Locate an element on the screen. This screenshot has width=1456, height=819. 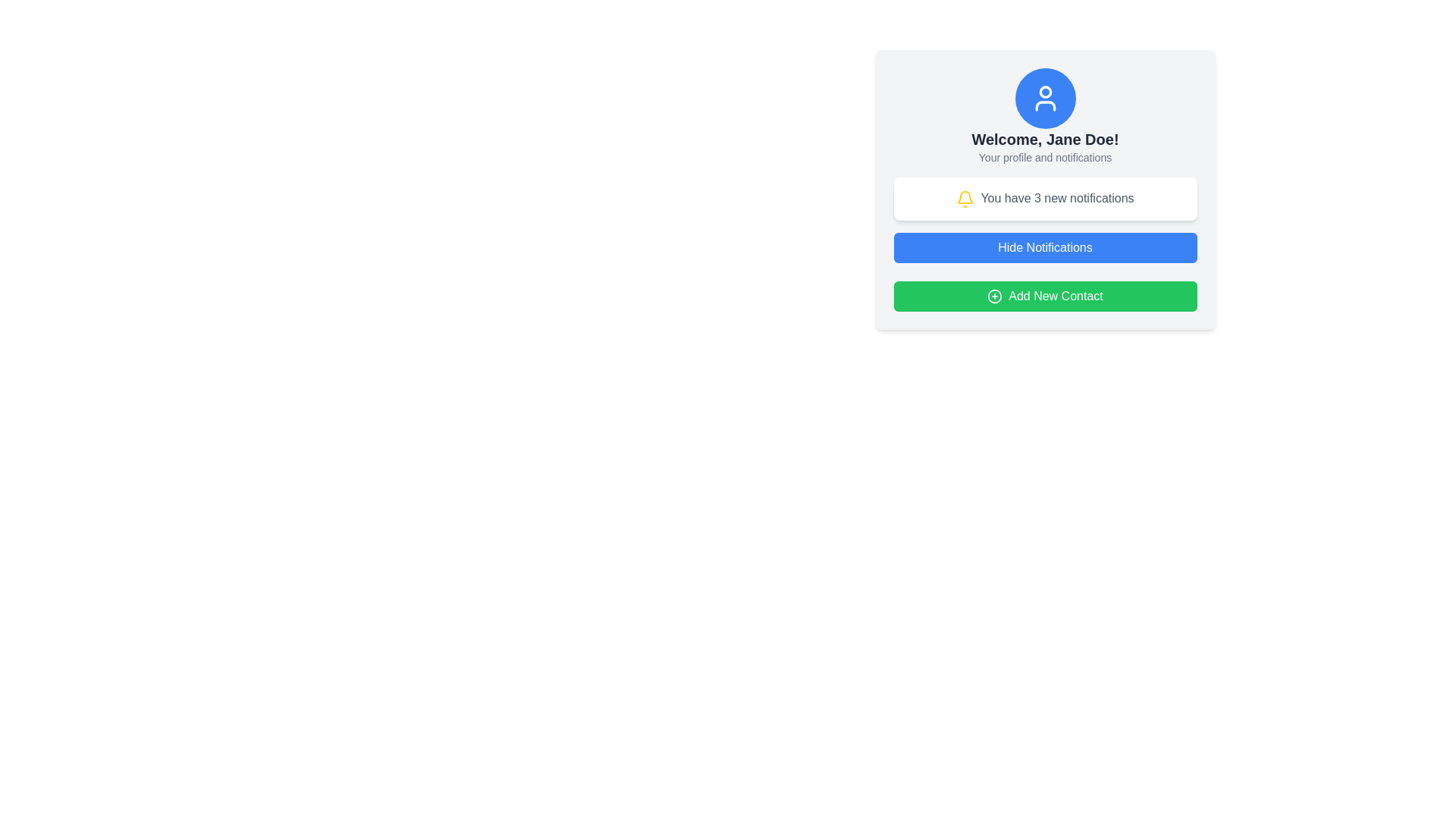
the green button labeled 'Add New Contact' with a plus sign icon is located at coordinates (1044, 296).